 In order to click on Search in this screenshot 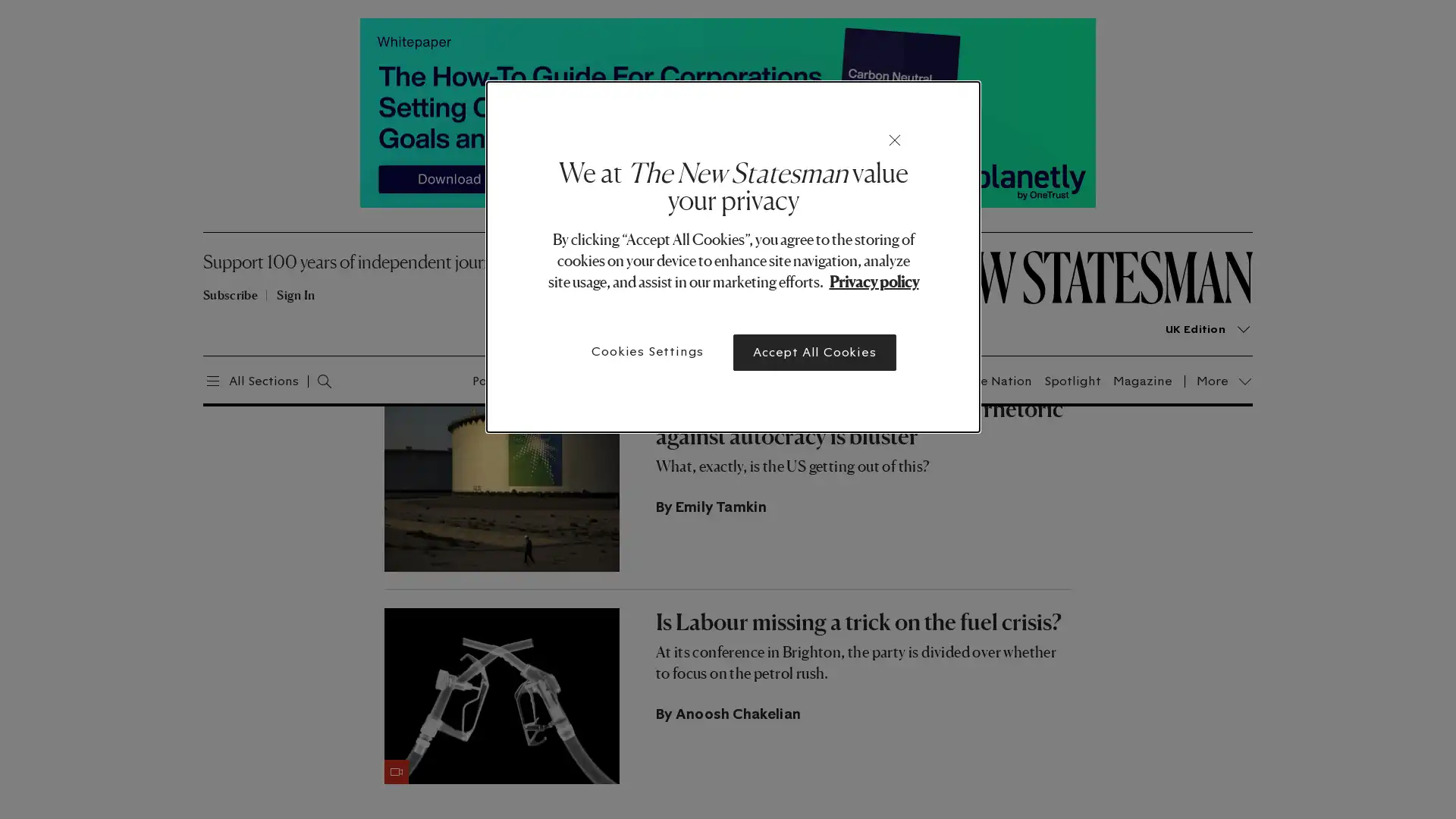, I will do `click(308, 378)`.